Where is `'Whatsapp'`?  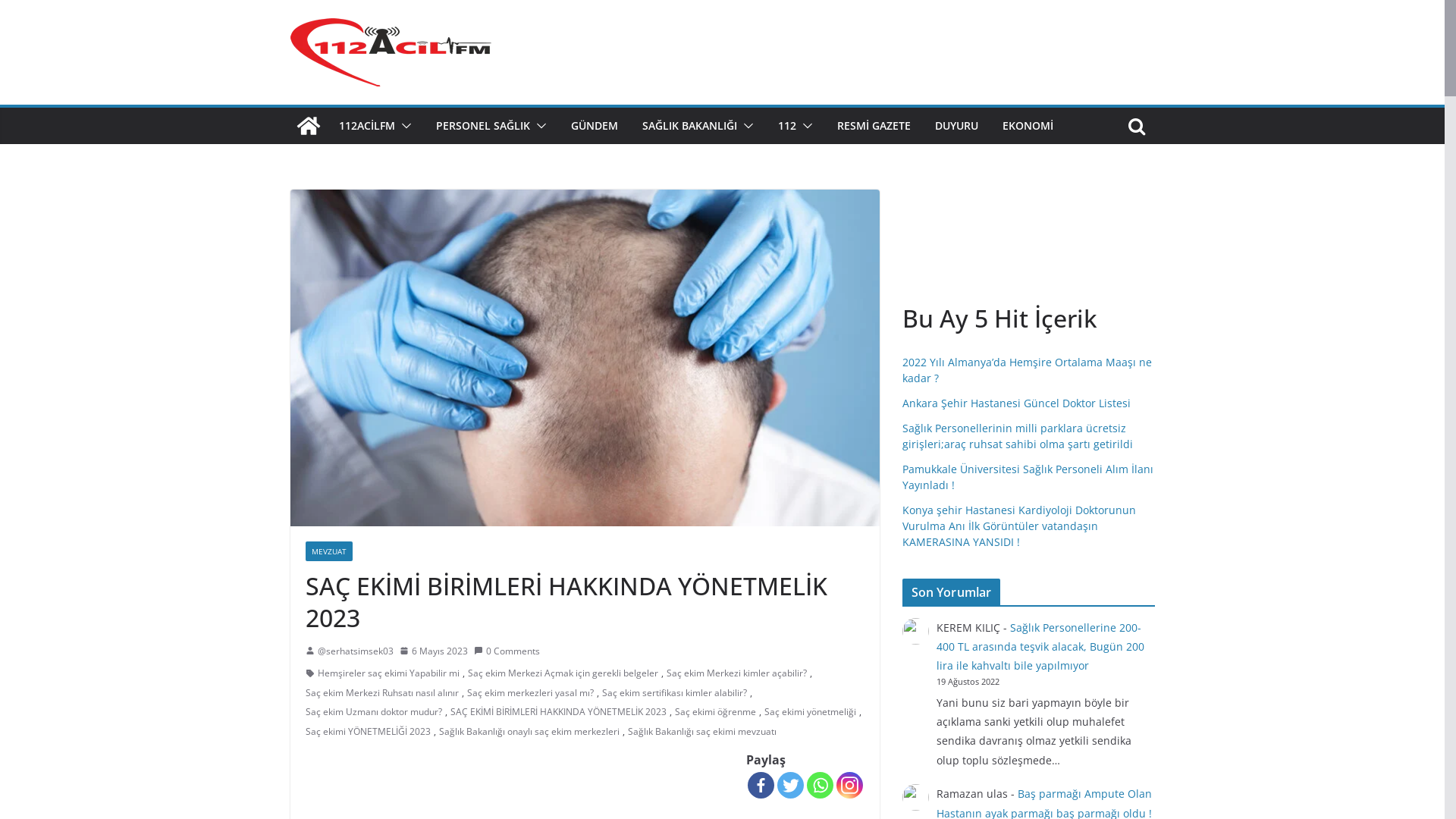
'Whatsapp' is located at coordinates (819, 785).